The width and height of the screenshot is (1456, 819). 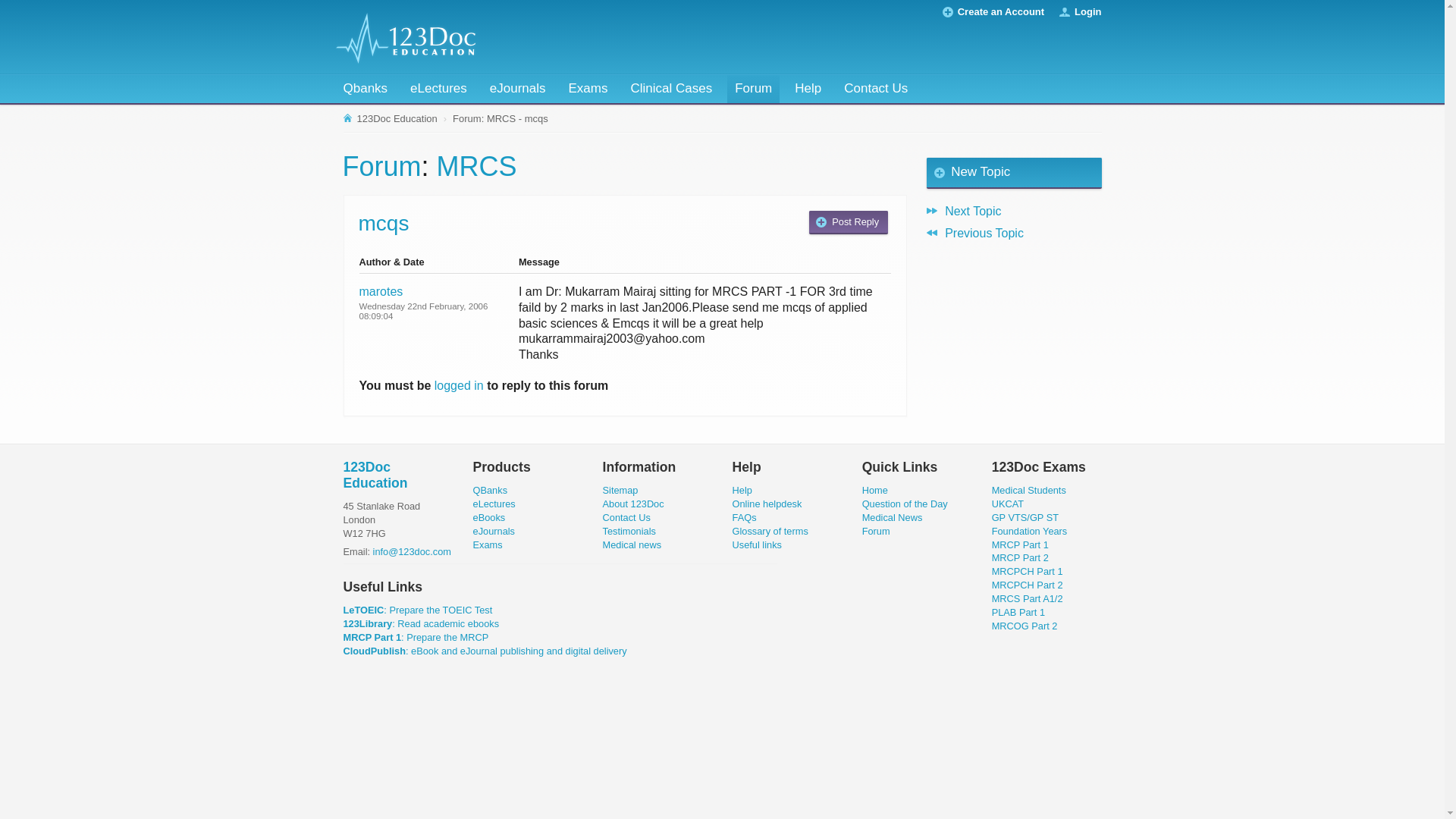 I want to click on 'eLectures', so click(x=494, y=504).